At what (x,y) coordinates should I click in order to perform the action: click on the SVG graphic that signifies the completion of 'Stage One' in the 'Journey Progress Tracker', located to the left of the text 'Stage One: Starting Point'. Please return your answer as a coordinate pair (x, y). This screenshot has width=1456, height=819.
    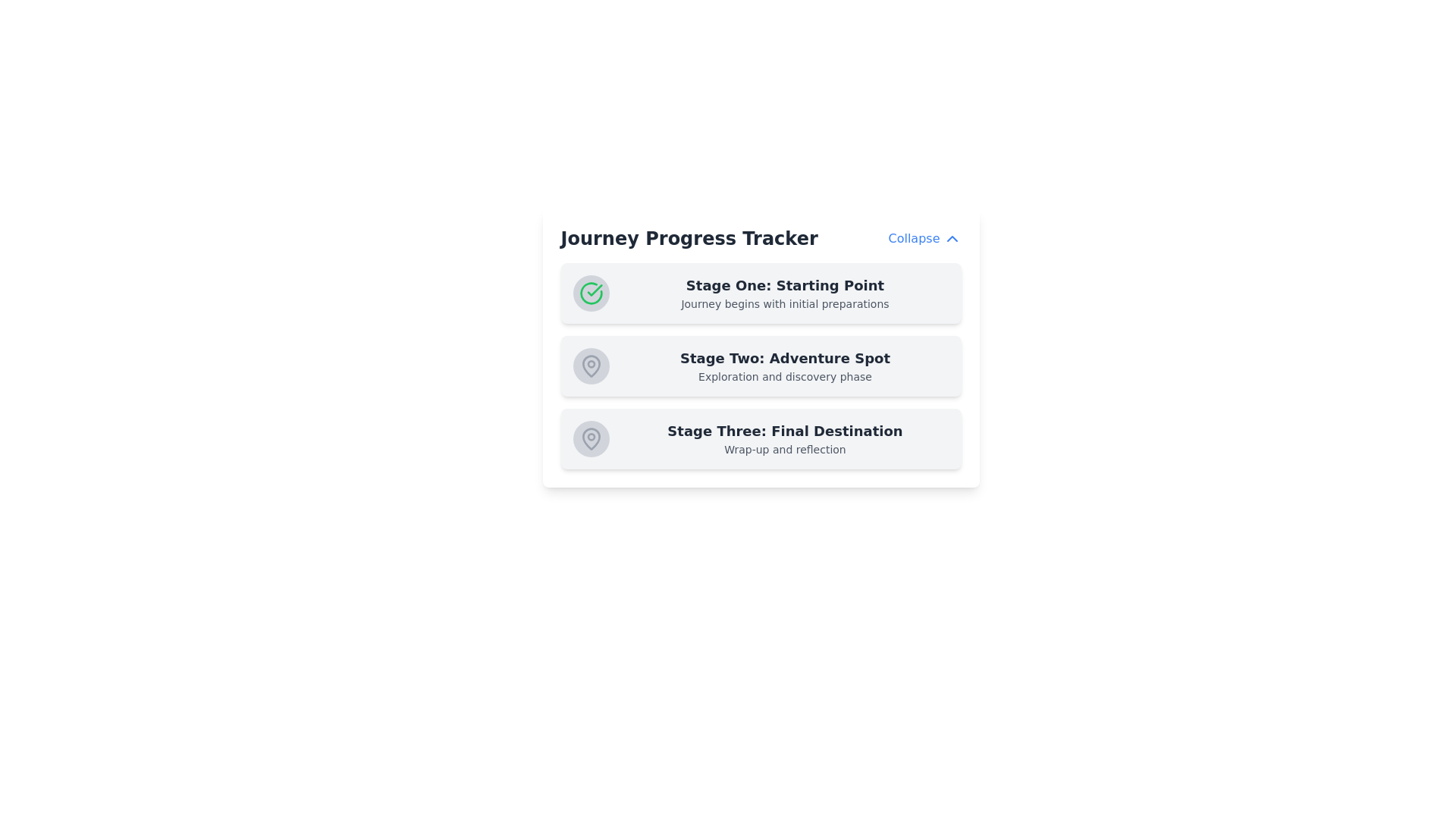
    Looking at the image, I should click on (590, 293).